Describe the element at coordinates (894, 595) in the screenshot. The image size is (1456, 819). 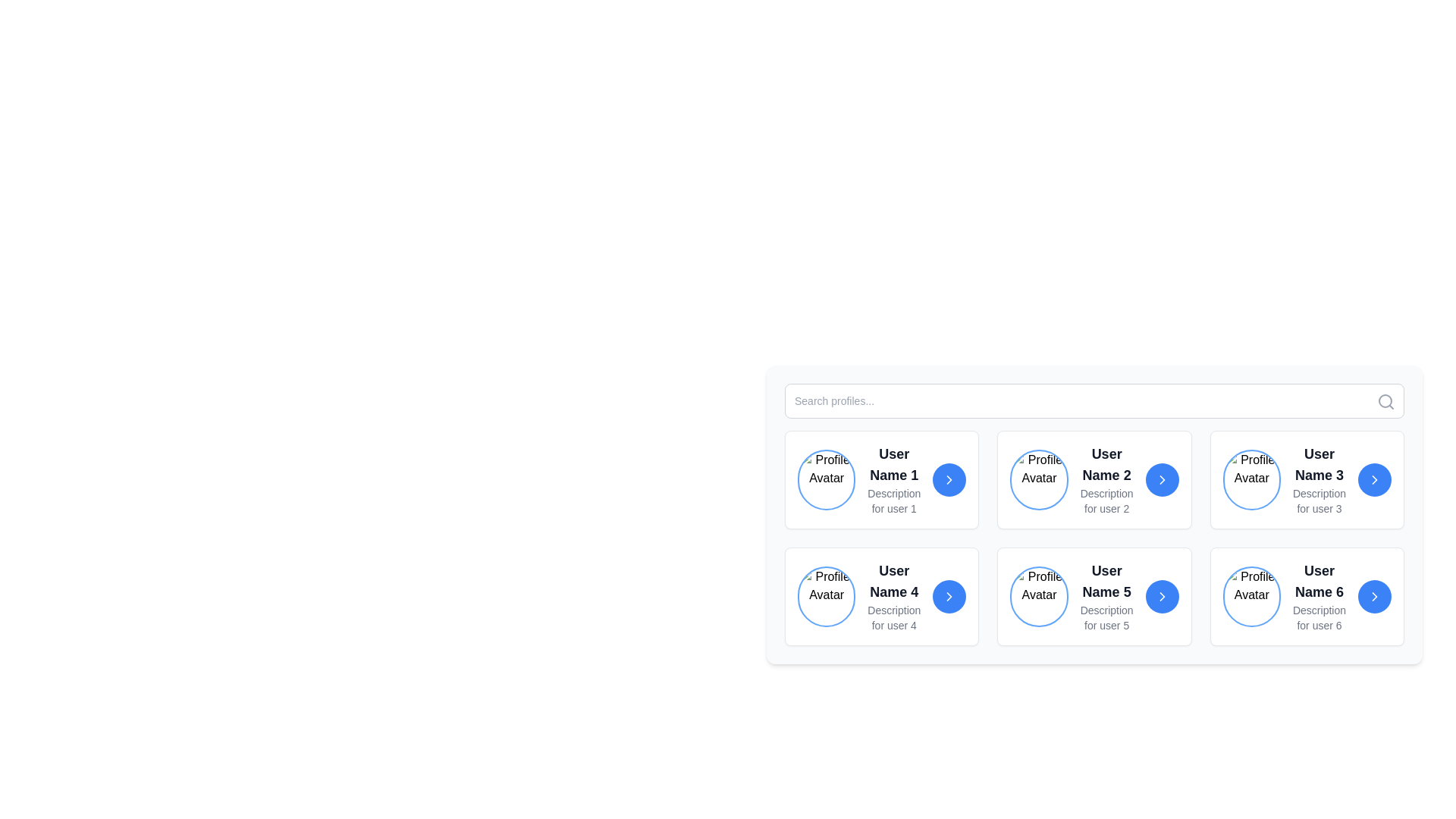
I see `the multi-line text label containing 'User Name 4' and 'Description for user 4' in the fourth user card of the second row, located to the right of the profile avatar and left of the action button` at that location.